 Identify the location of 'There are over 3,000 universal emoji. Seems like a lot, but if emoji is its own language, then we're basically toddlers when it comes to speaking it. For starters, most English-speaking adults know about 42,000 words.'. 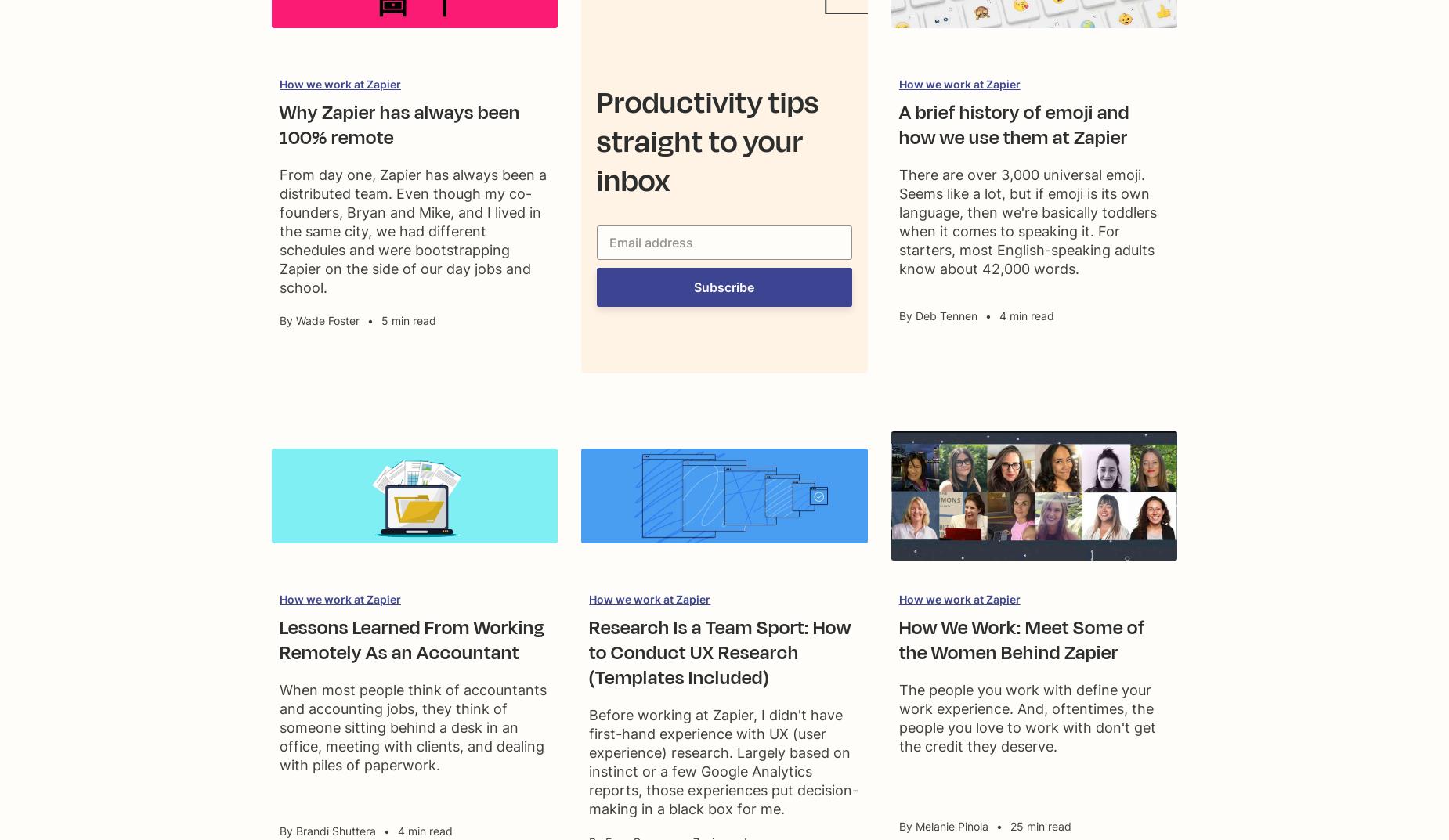
(1026, 221).